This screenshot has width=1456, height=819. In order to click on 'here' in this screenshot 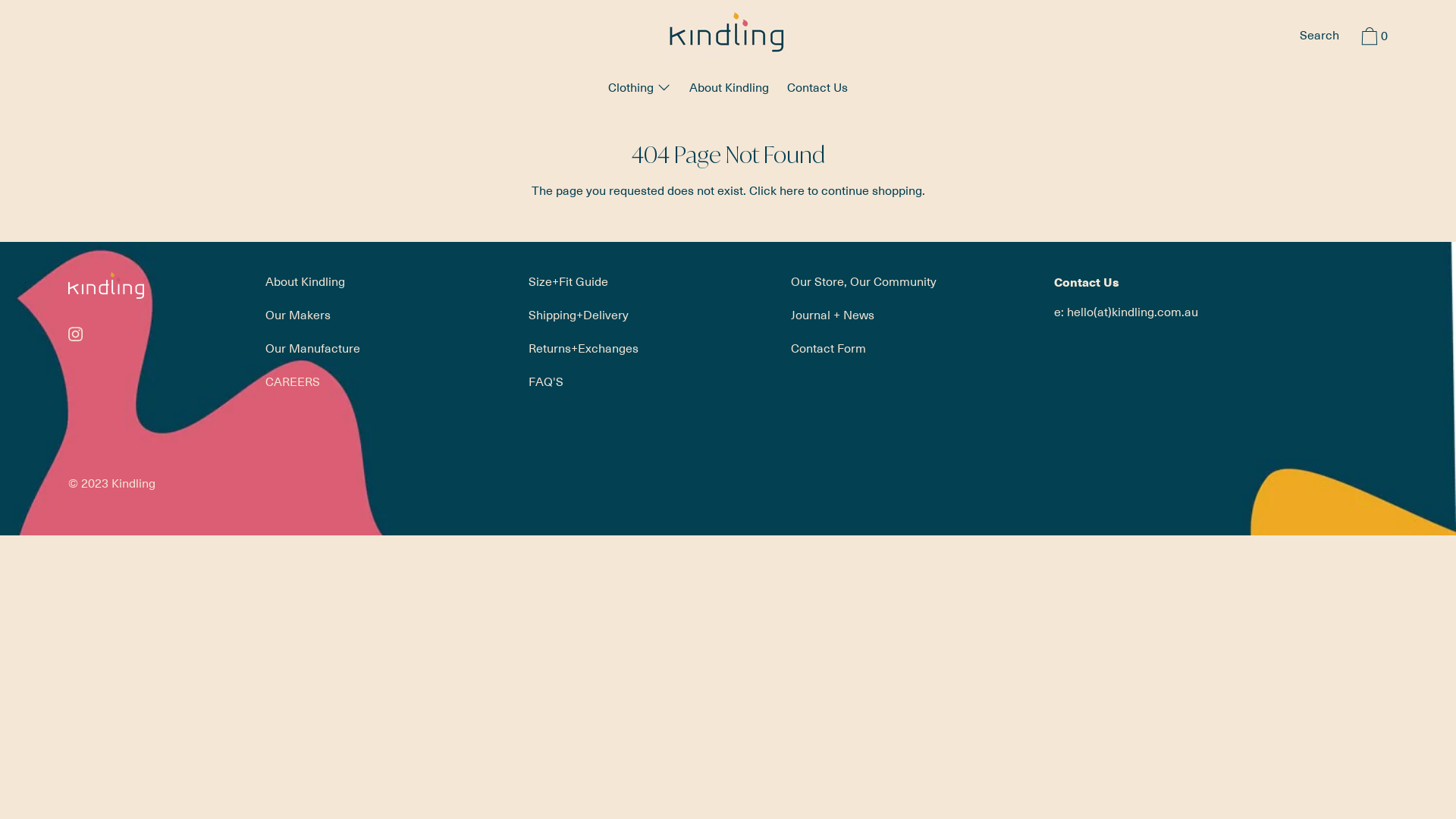, I will do `click(791, 189)`.